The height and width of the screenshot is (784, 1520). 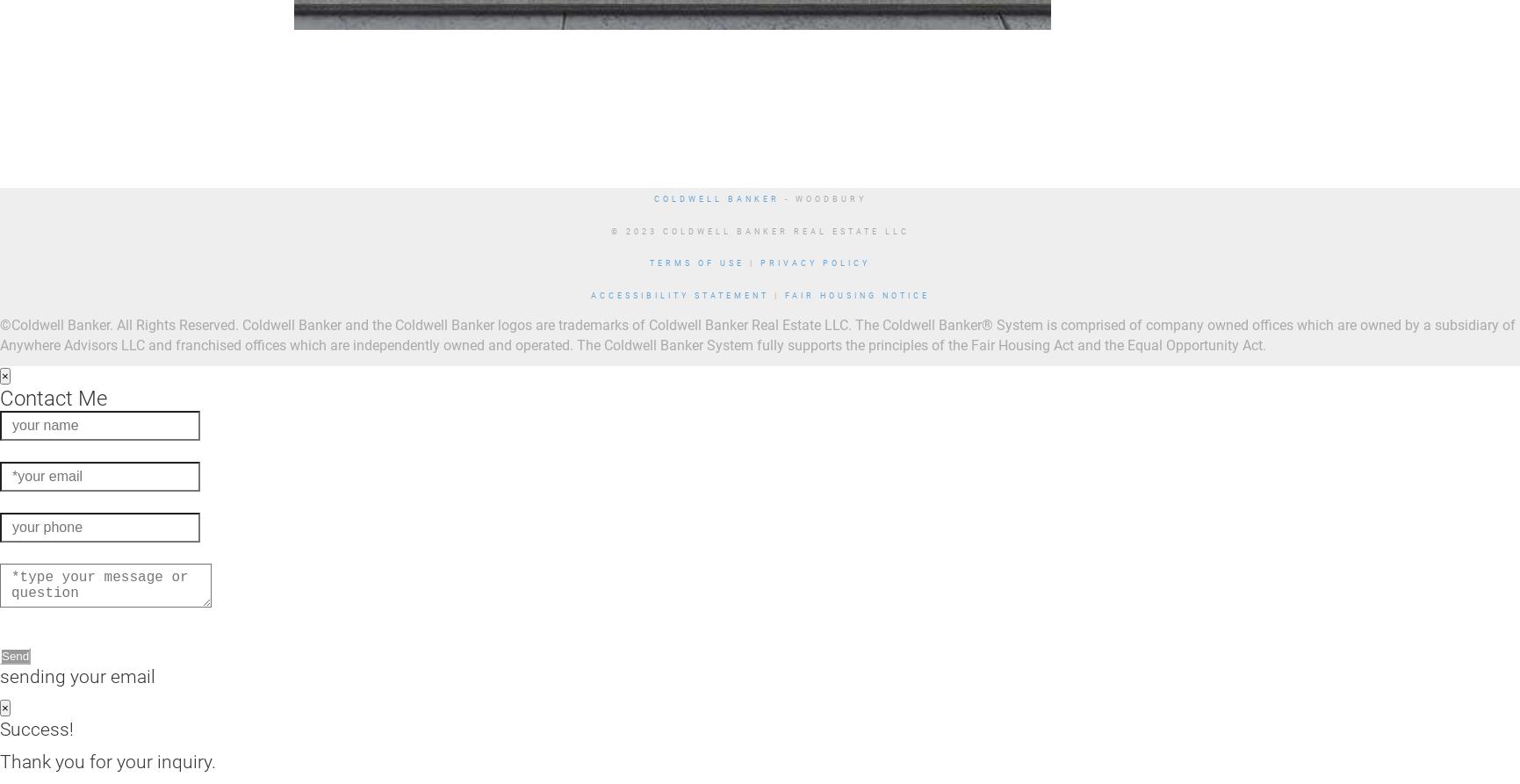 What do you see at coordinates (77, 675) in the screenshot?
I see `'sending your email'` at bounding box center [77, 675].